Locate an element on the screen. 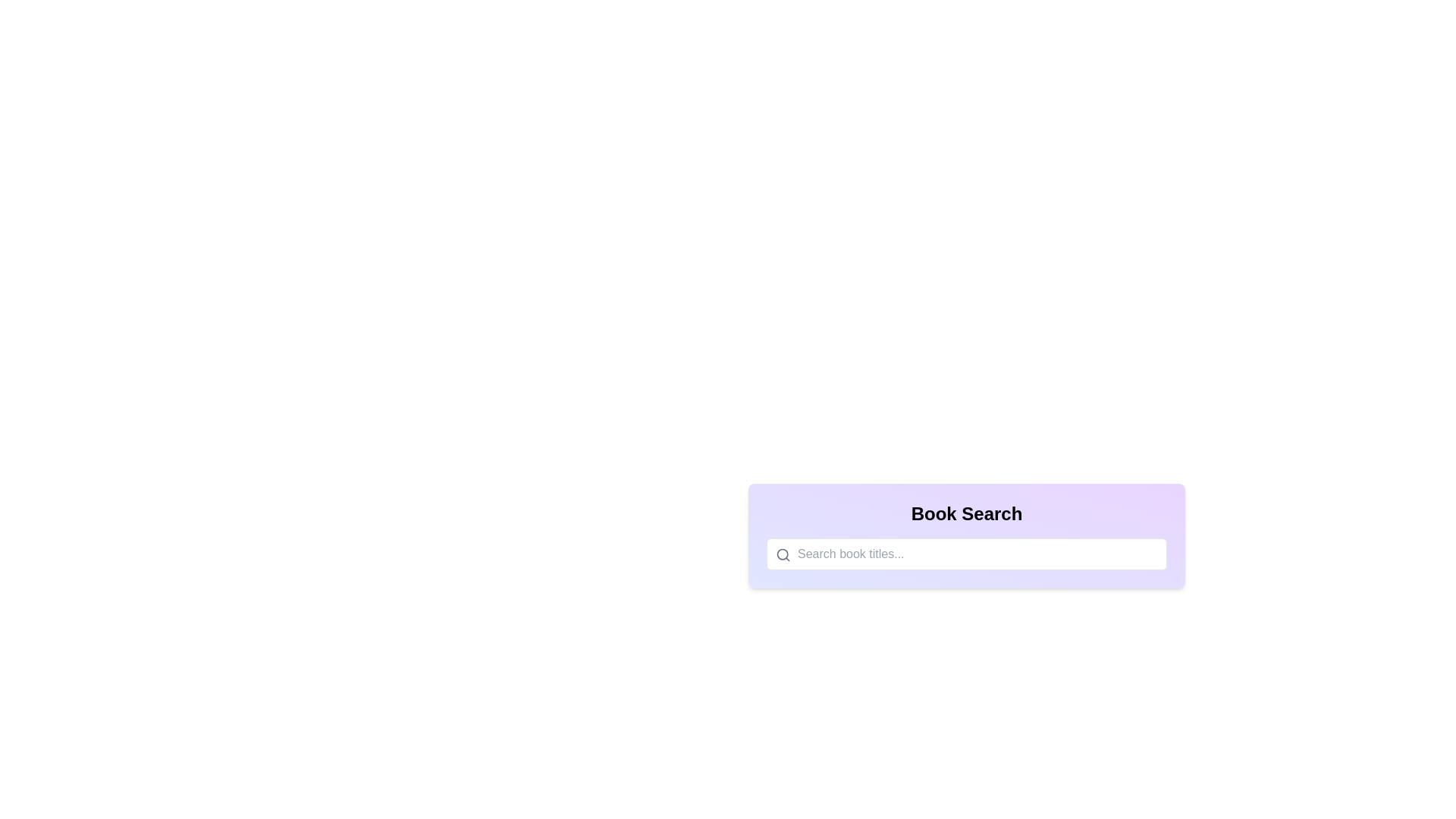 The width and height of the screenshot is (1456, 819). the SVG circle graphic that is part of the magnifying glass icon within the search field UI component is located at coordinates (783, 554).